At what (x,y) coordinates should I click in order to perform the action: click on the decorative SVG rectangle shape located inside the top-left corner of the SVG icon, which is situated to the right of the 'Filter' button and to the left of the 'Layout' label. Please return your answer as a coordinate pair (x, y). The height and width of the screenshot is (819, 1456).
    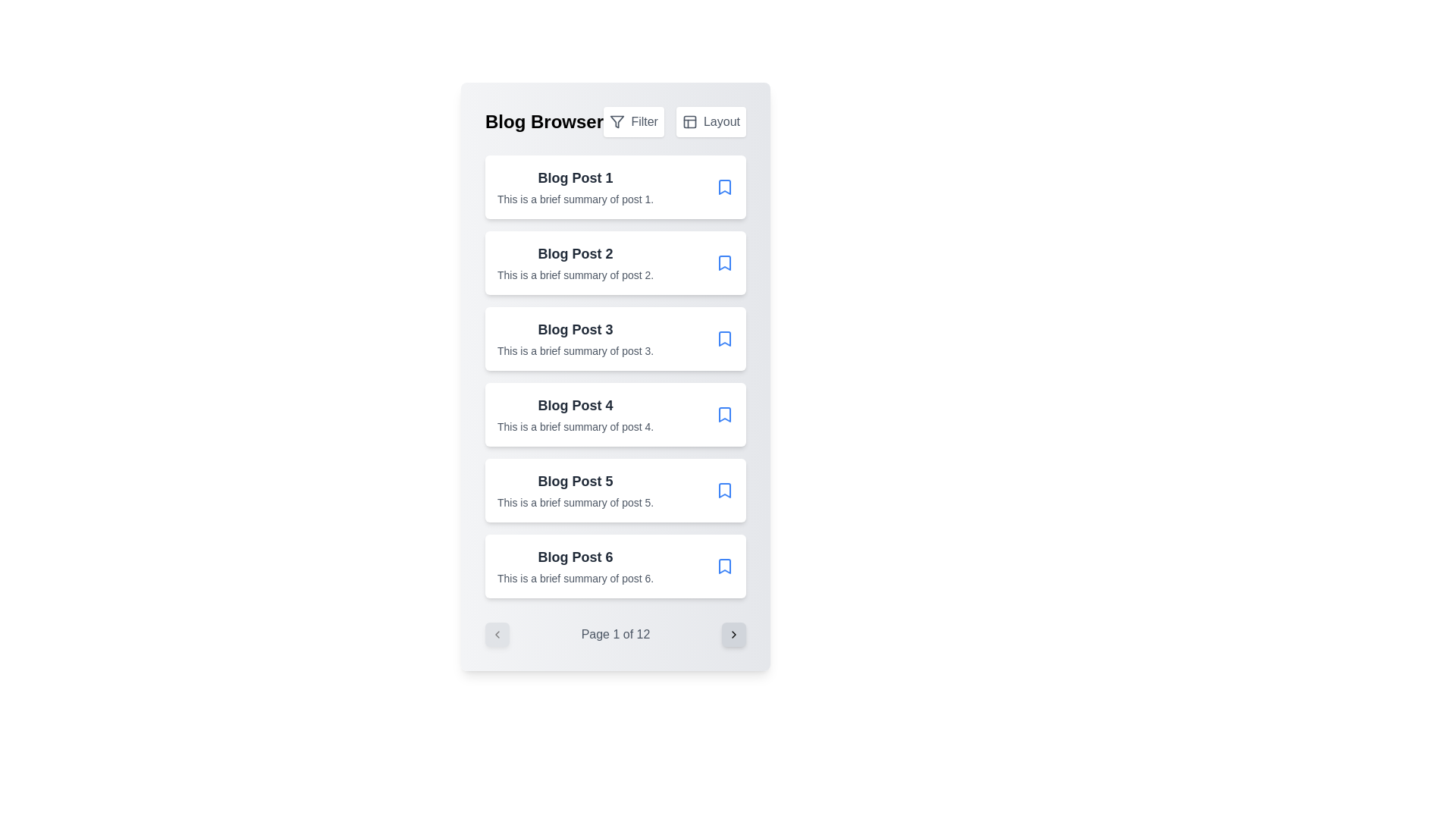
    Looking at the image, I should click on (689, 121).